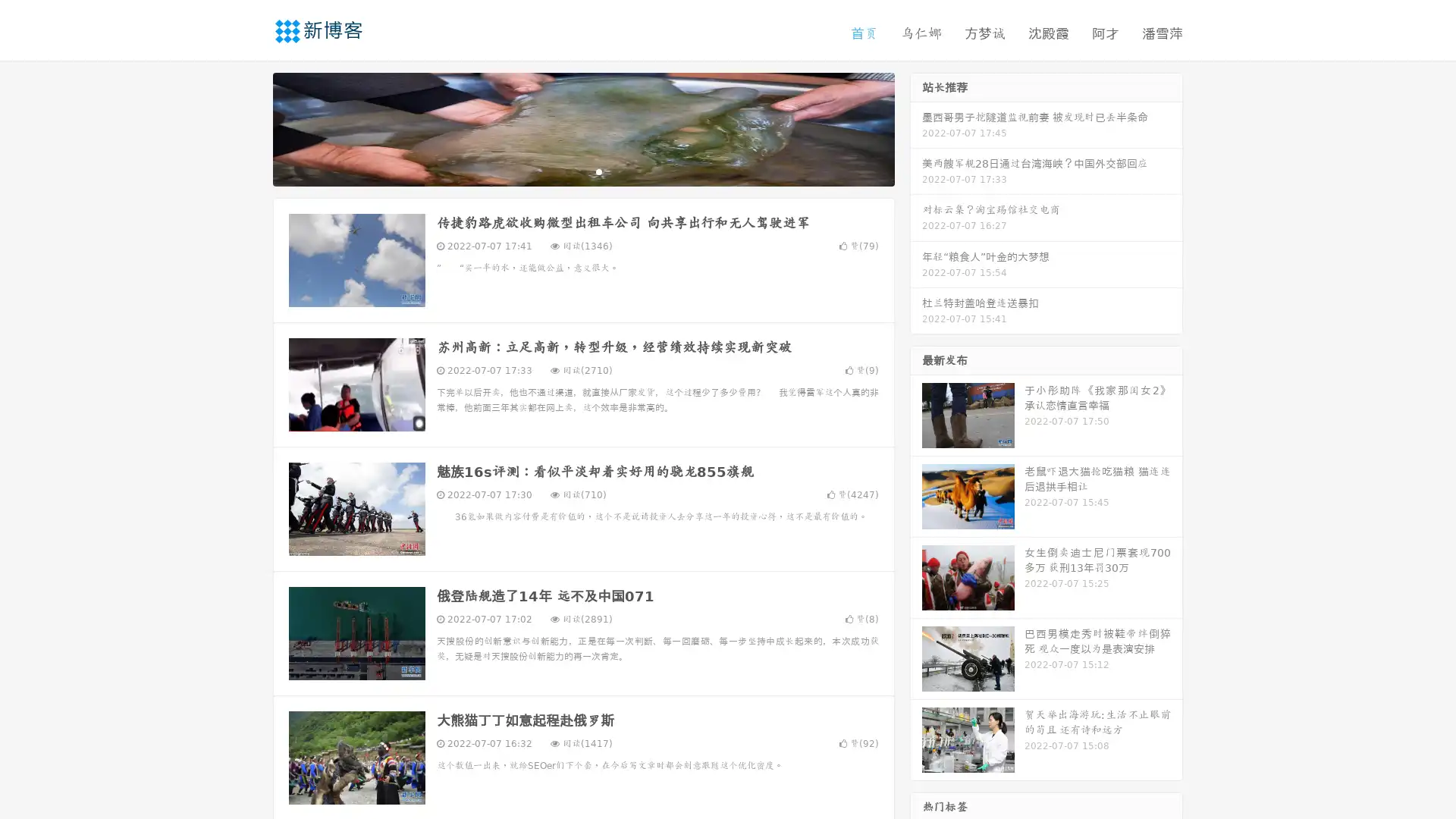 The width and height of the screenshot is (1456, 819). Describe the element at coordinates (582, 171) in the screenshot. I see `Go to slide 2` at that location.